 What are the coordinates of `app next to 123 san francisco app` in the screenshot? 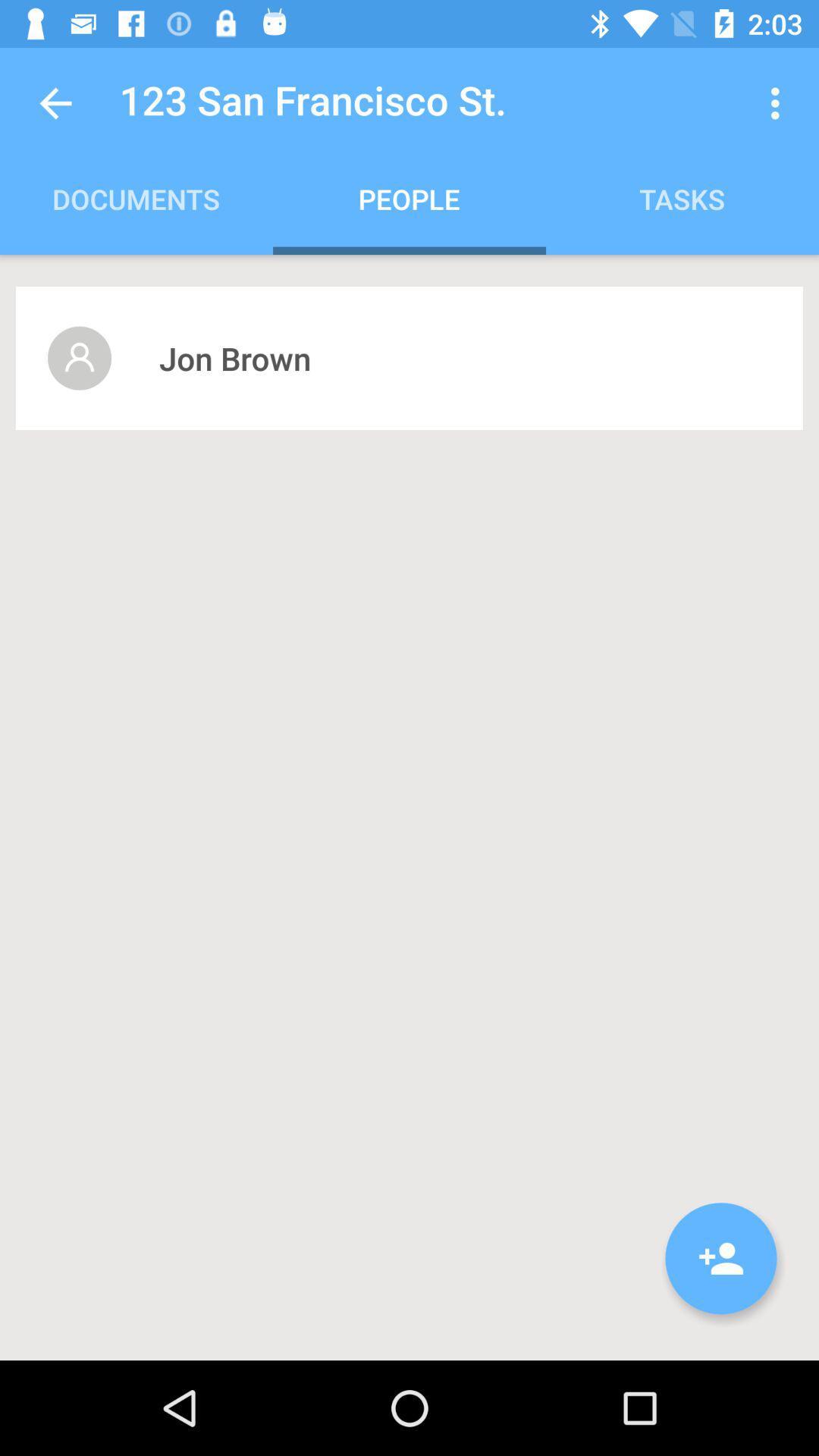 It's located at (779, 102).